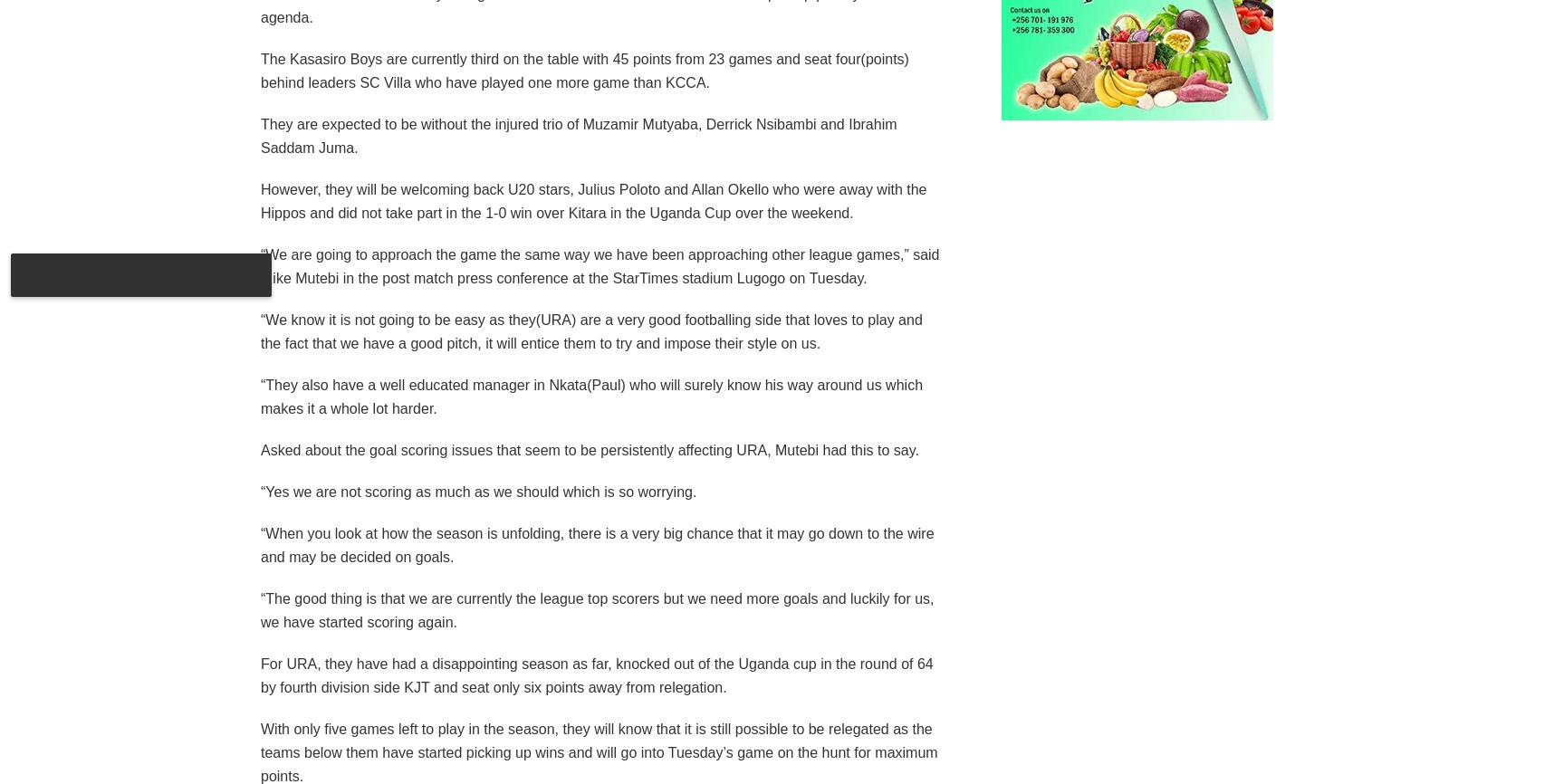 The height and width of the screenshot is (784, 1554). What do you see at coordinates (590, 330) in the screenshot?
I see `'“We know it is not going to be easy as they(URA) are a very good footballing side that loves to play and the fact that we have a good pitch, it will entice them to try and impose their style on us.'` at bounding box center [590, 330].